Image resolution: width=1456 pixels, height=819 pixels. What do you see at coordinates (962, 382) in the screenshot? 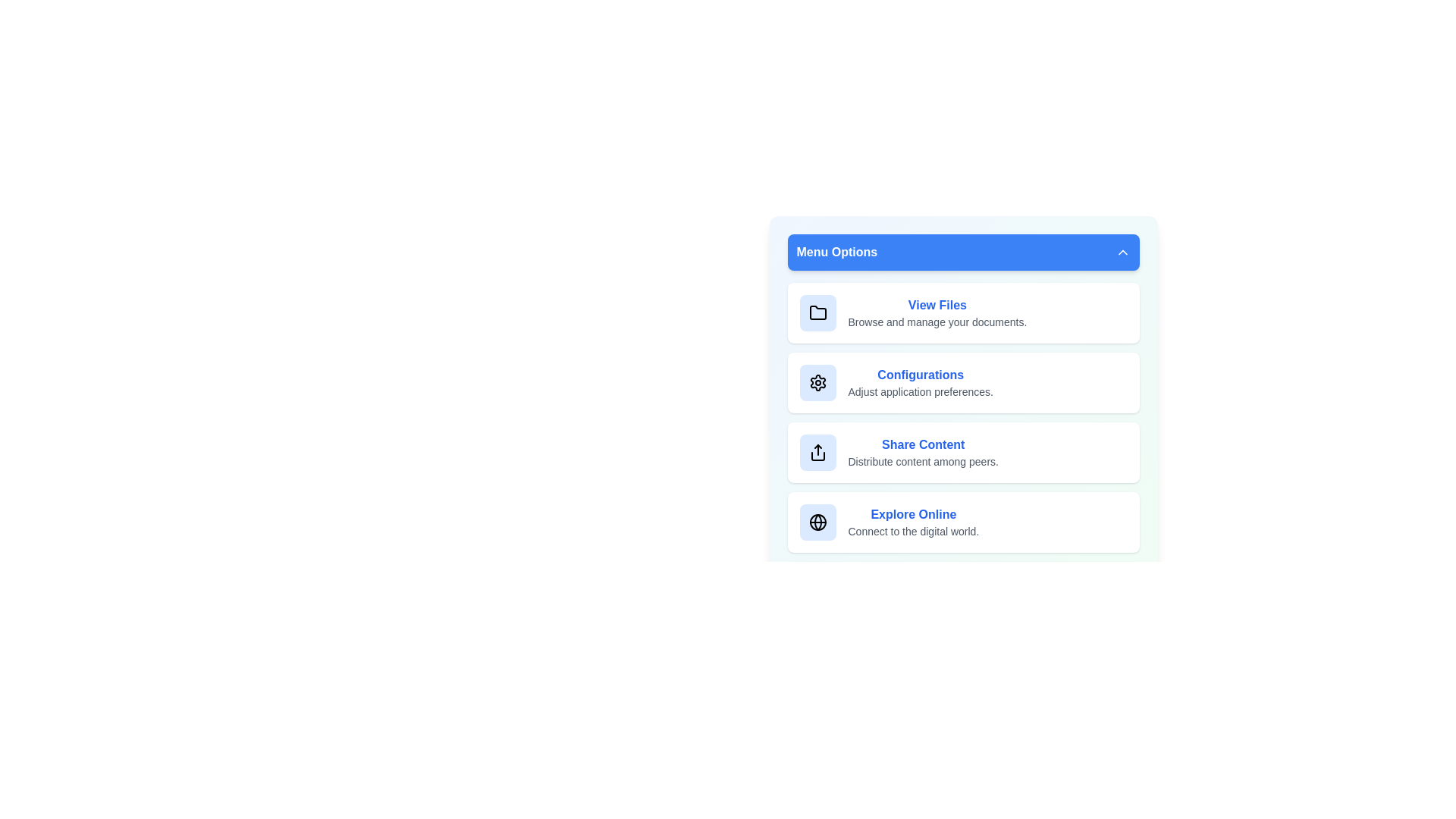
I see `the menu item Configurations from the menu` at bounding box center [962, 382].